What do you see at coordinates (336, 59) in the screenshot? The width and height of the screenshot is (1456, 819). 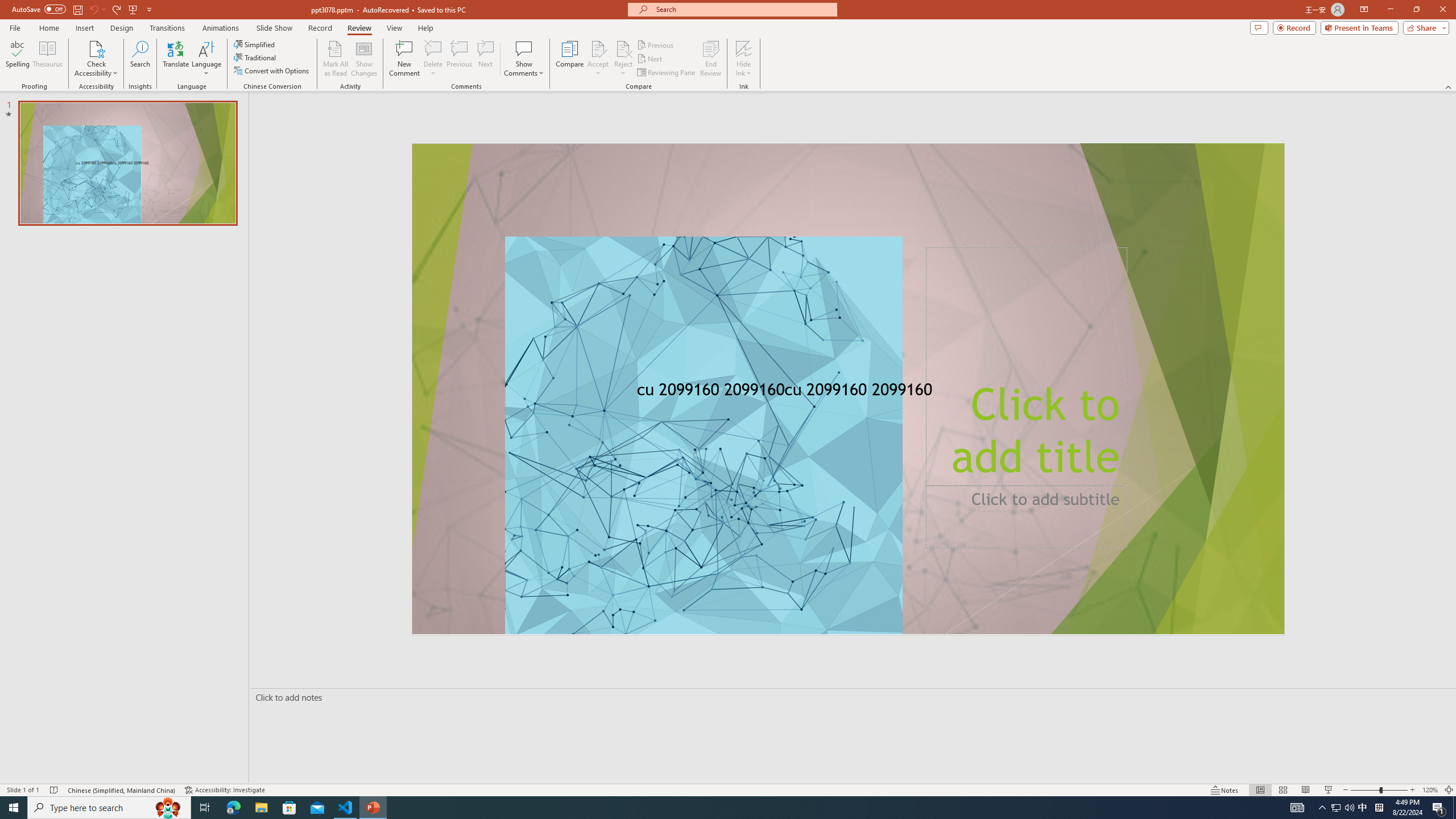 I see `'Mark All as Read'` at bounding box center [336, 59].